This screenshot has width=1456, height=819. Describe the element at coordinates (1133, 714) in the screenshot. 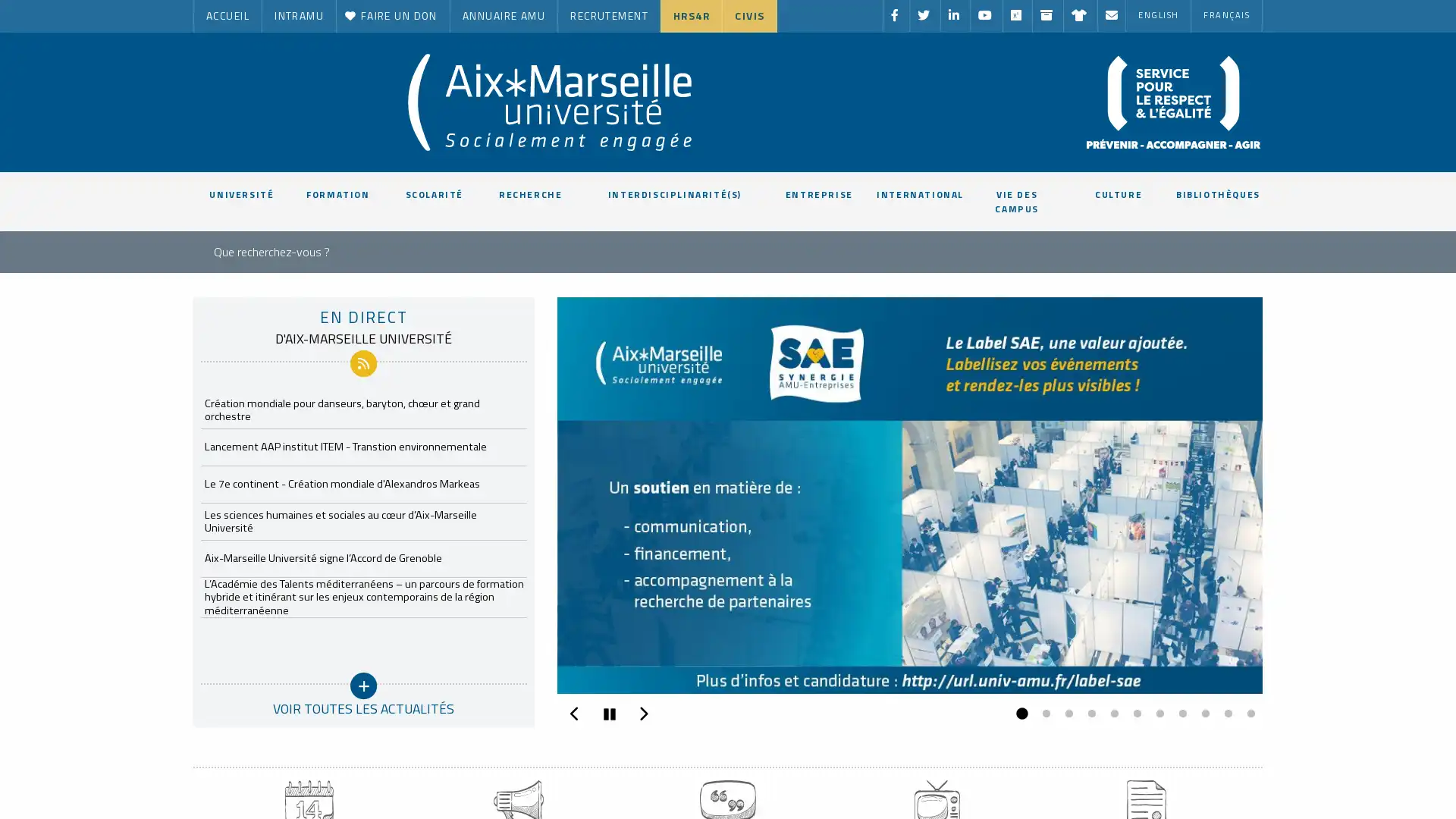

I see `Go to slide 6` at that location.